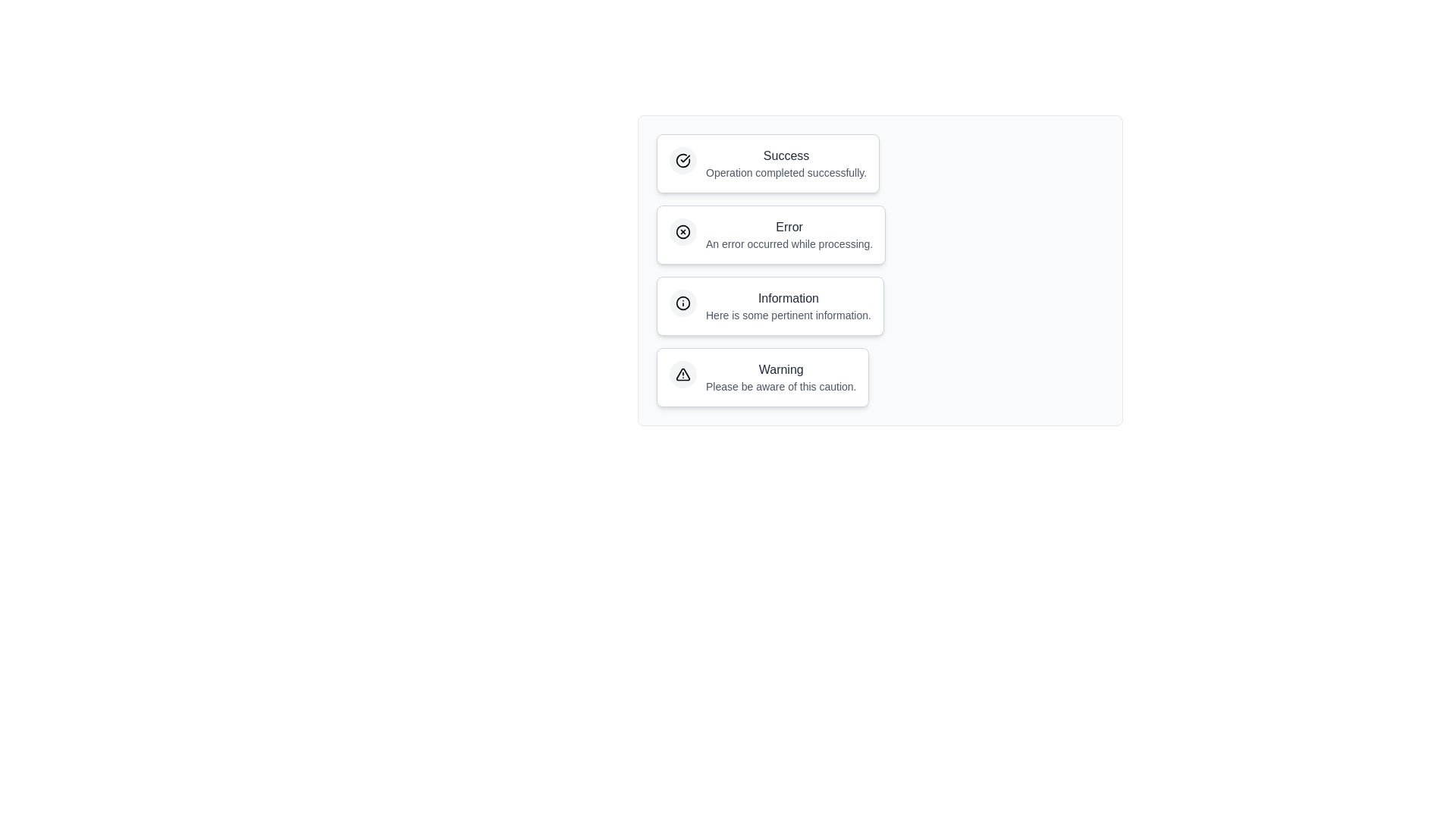 The width and height of the screenshot is (1456, 819). What do you see at coordinates (771, 234) in the screenshot?
I see `the notification label and description for Error` at bounding box center [771, 234].